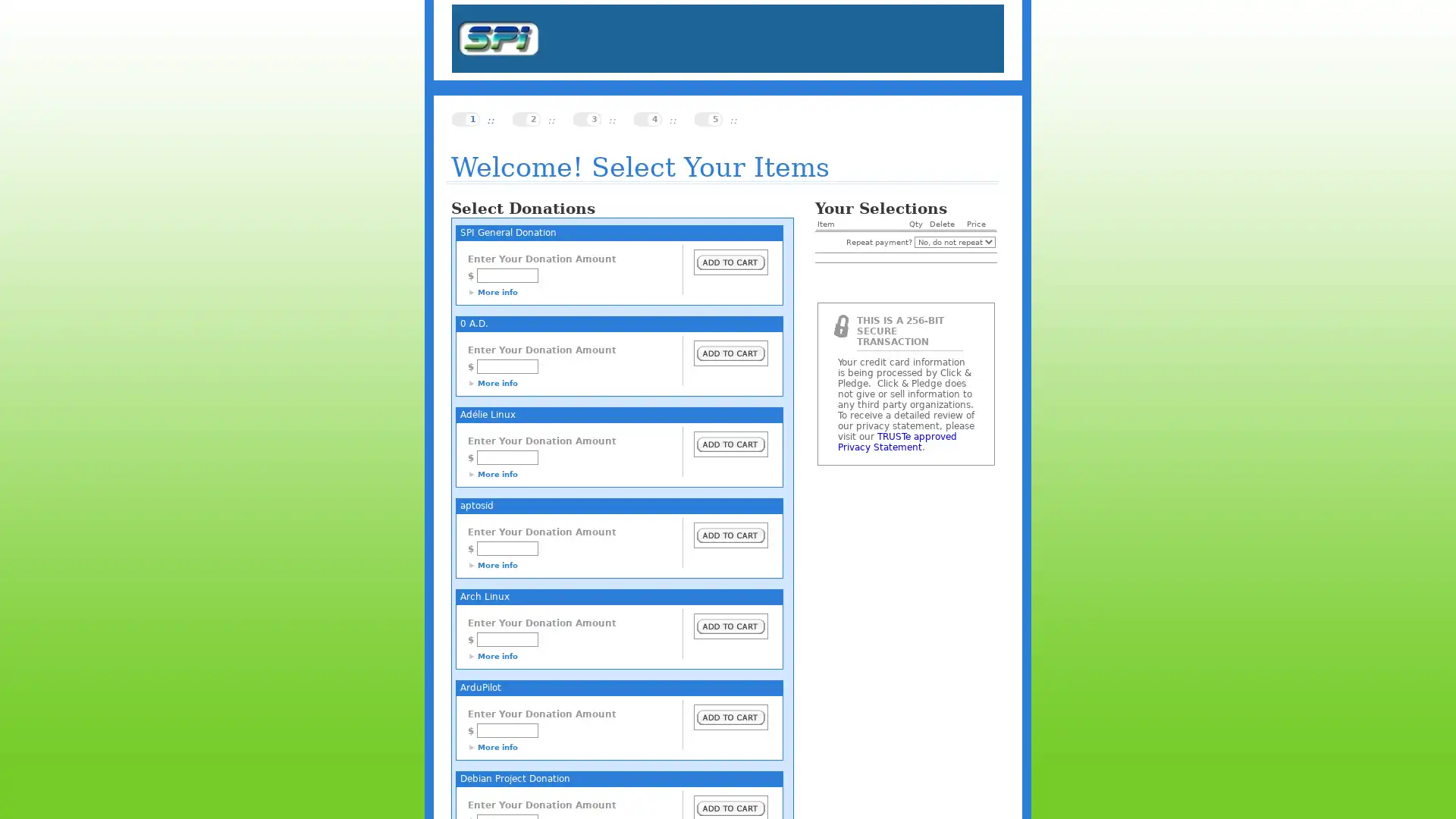 This screenshot has height=819, width=1456. What do you see at coordinates (731, 534) in the screenshot?
I see `Submit` at bounding box center [731, 534].